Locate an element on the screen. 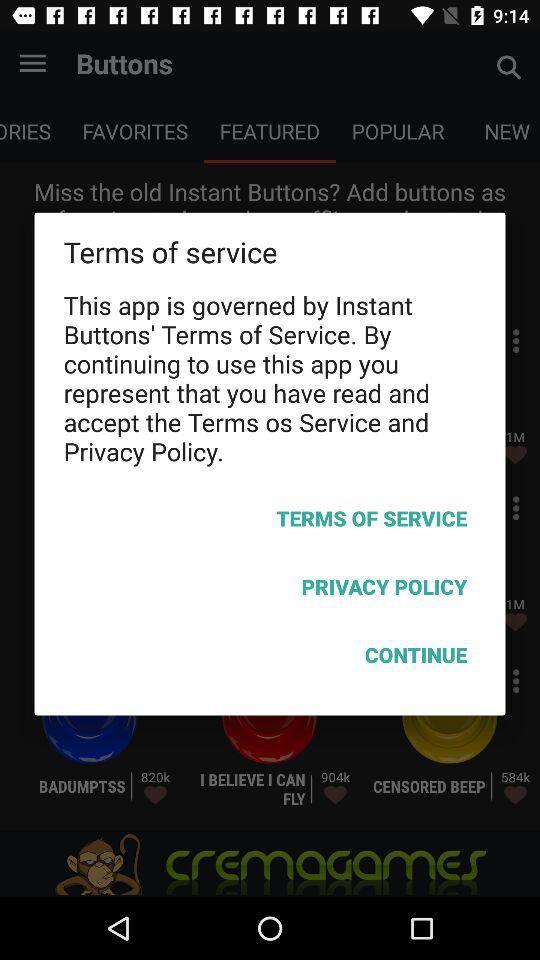  continue at the bottom is located at coordinates (270, 657).